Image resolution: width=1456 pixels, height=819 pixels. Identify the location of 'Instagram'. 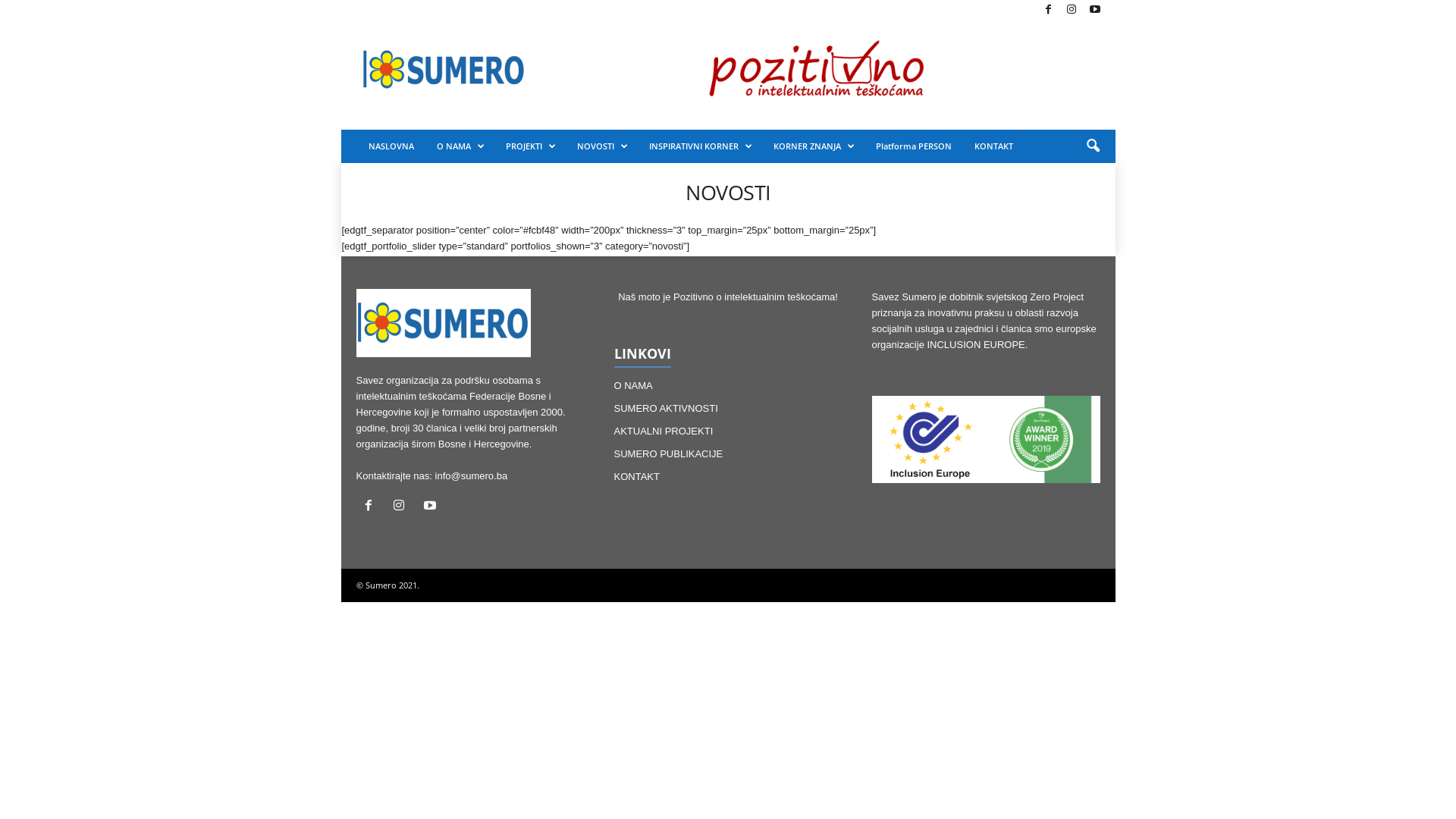
(1070, 10).